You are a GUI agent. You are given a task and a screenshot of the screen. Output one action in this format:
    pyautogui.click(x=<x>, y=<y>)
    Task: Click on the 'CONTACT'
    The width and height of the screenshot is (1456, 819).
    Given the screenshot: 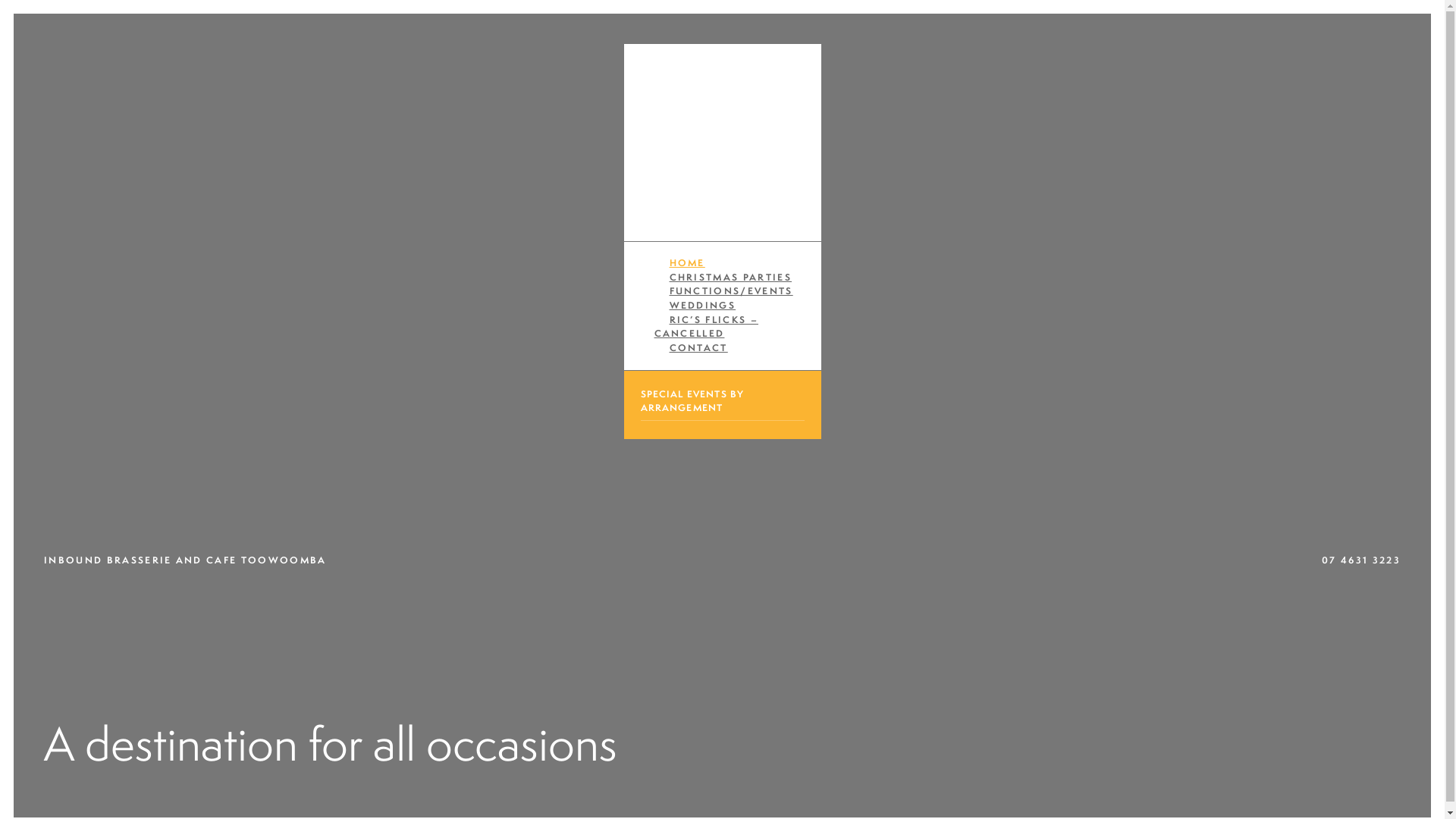 What is the action you would take?
    pyautogui.click(x=697, y=347)
    